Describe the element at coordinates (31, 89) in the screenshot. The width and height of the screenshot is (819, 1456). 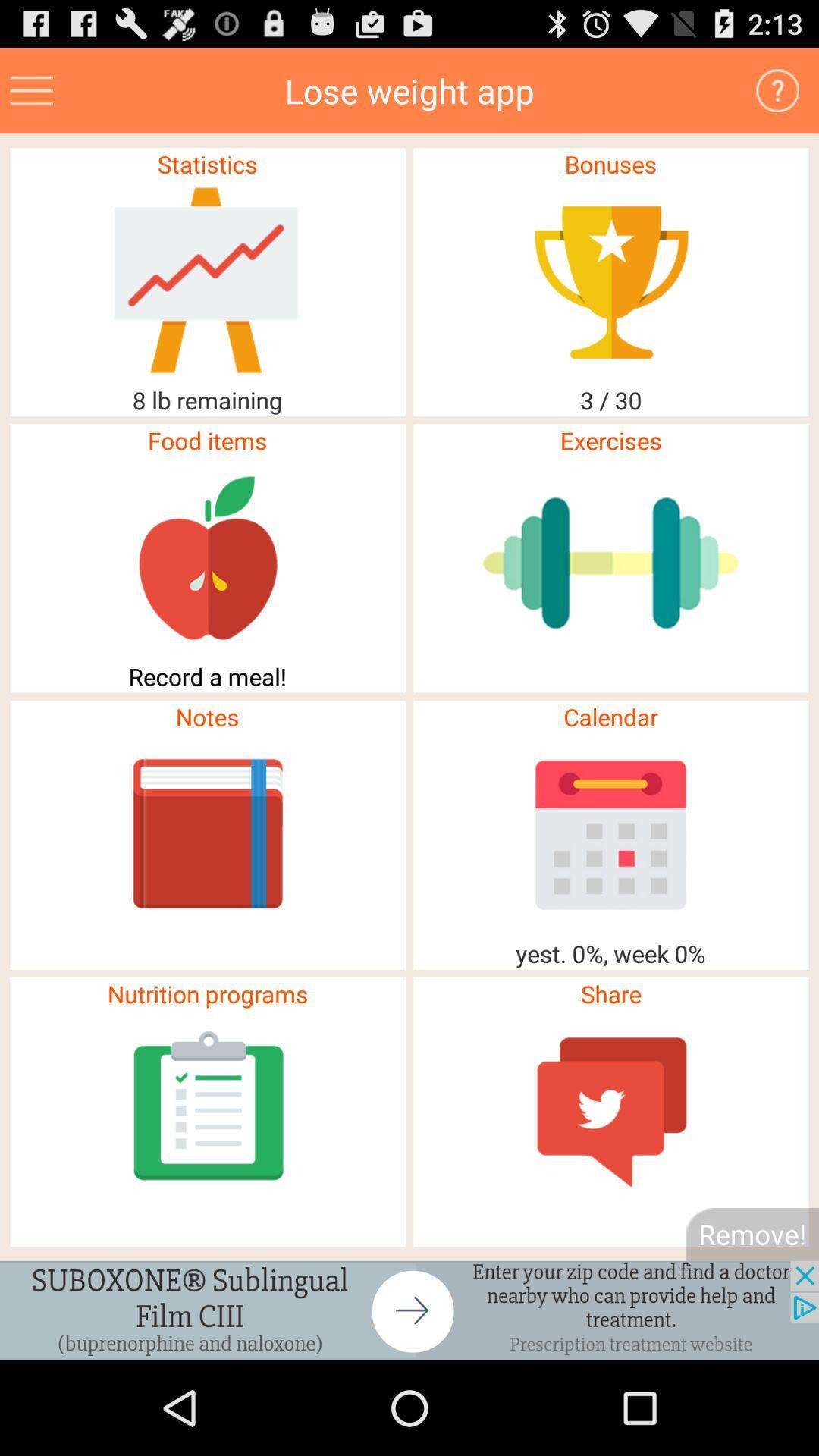
I see `menu icon` at that location.